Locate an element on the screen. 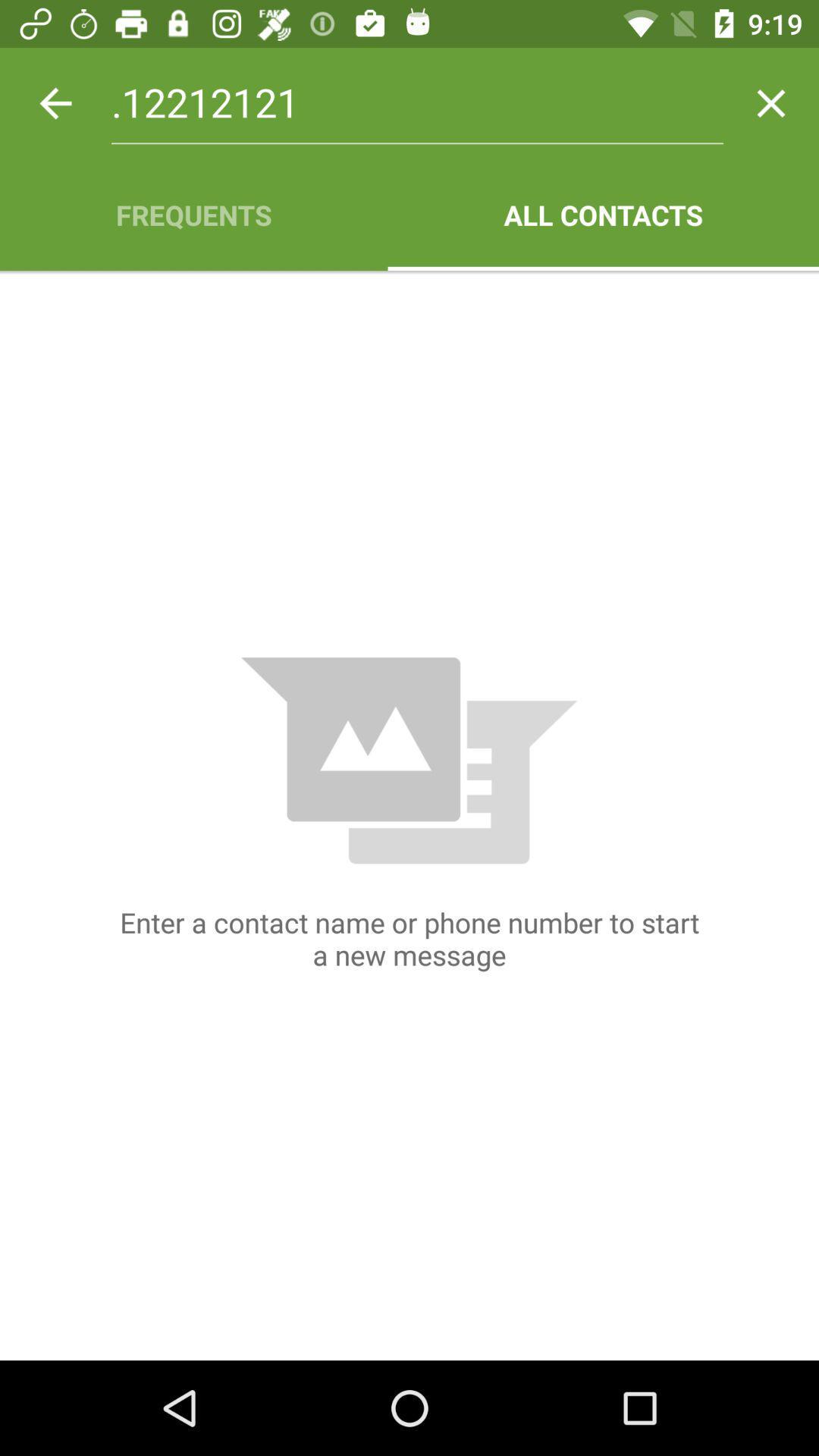 This screenshot has width=819, height=1456. .12212121 icon is located at coordinates (417, 102).